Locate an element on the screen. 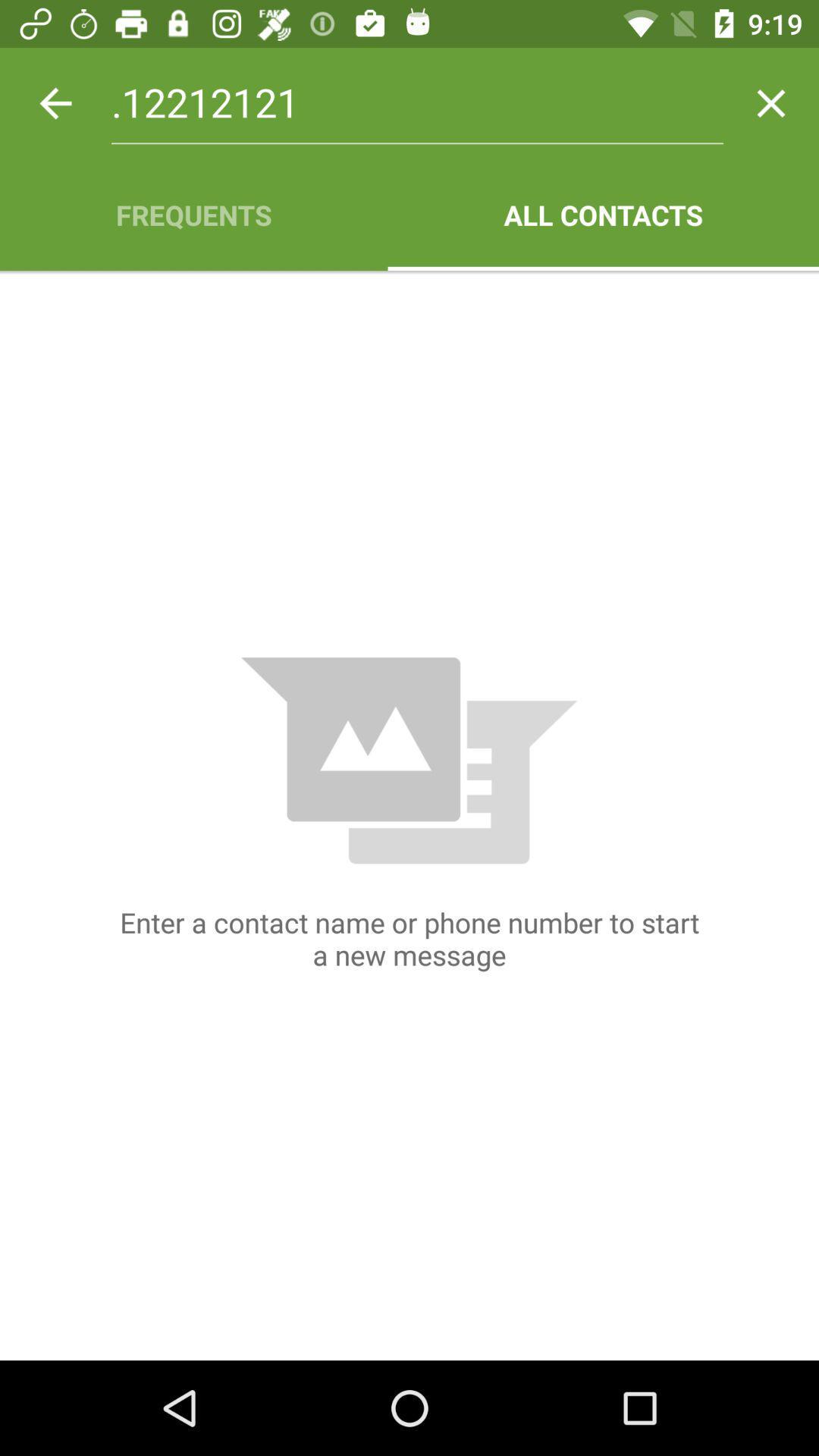 This screenshot has width=819, height=1456. .12212121 icon is located at coordinates (417, 102).